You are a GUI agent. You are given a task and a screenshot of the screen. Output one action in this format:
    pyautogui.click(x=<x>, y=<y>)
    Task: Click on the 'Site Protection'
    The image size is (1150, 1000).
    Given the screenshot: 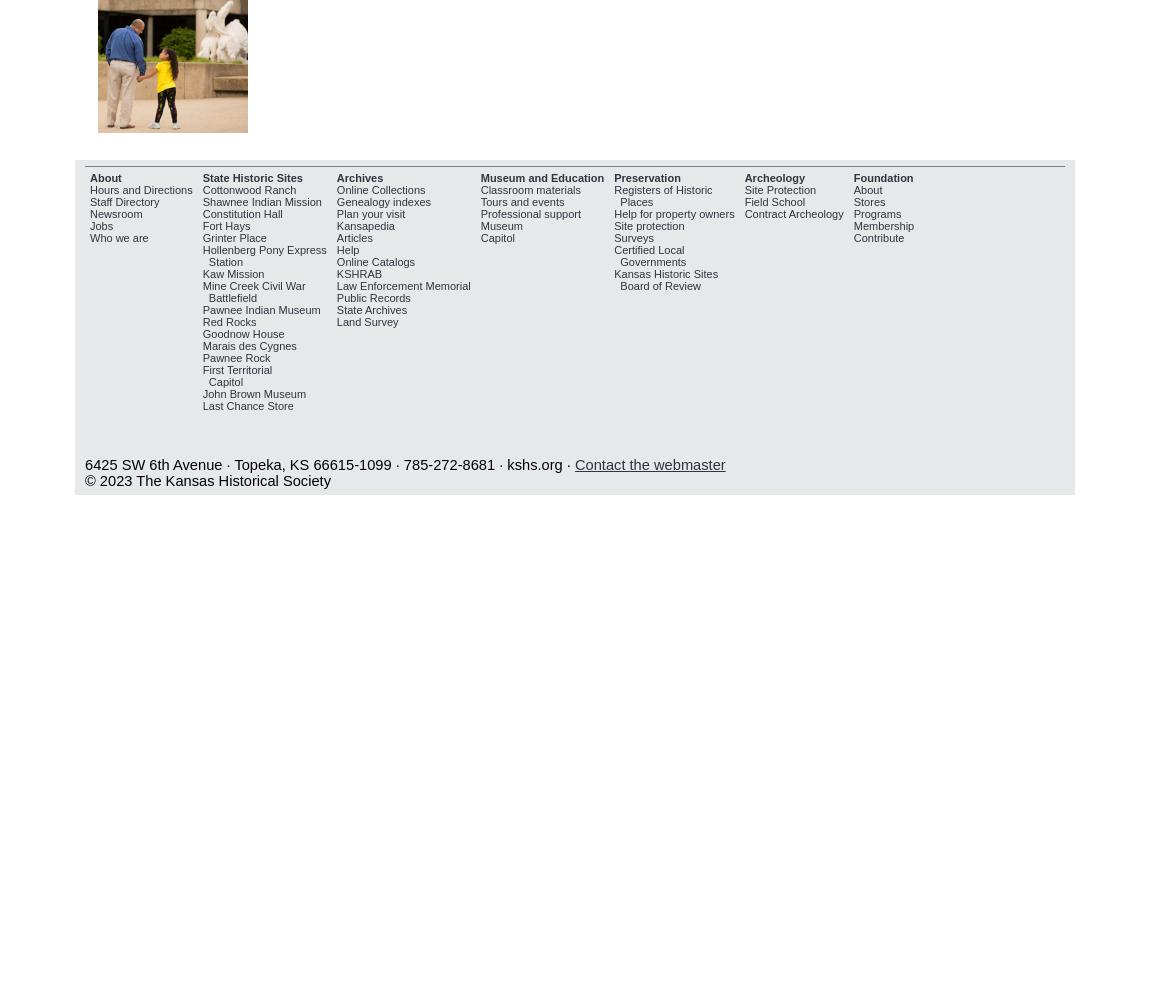 What is the action you would take?
    pyautogui.click(x=779, y=188)
    